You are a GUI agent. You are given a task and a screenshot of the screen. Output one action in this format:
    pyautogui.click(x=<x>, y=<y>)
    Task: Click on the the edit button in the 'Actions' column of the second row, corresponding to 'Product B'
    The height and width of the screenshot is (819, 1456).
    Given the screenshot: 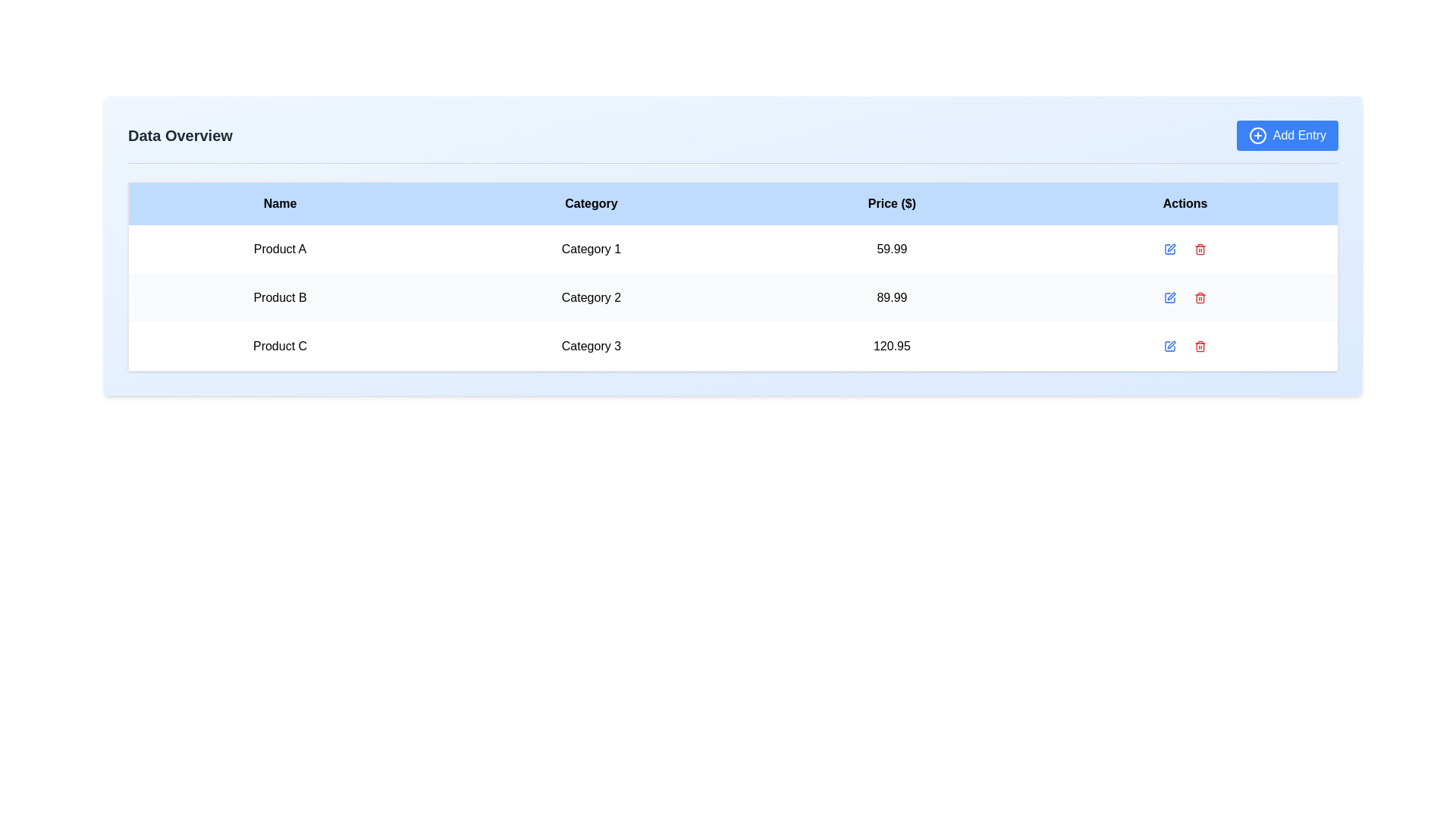 What is the action you would take?
    pyautogui.click(x=1169, y=298)
    